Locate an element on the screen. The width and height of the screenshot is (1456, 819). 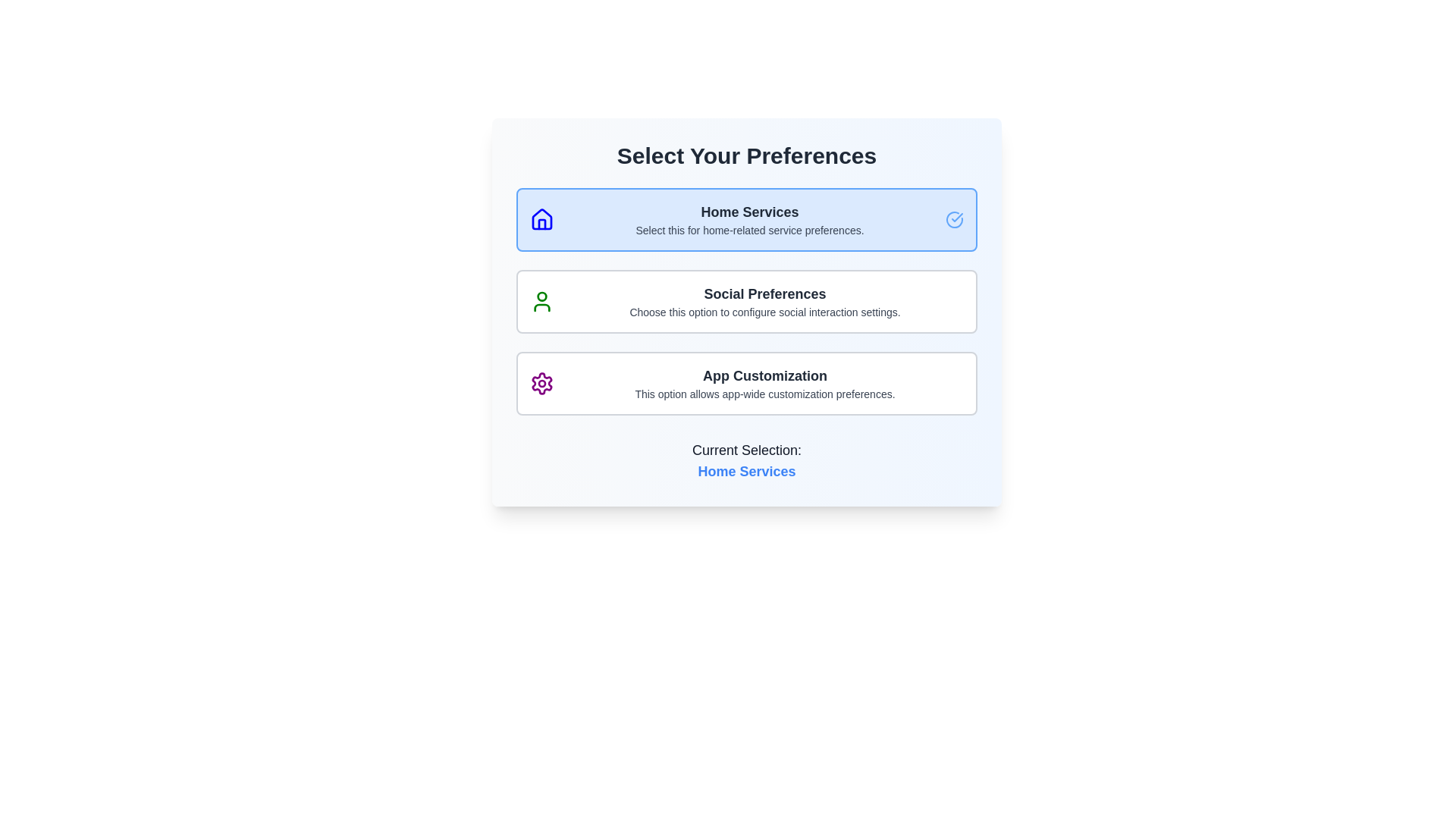
text description displayed in small gray font that states 'This option allows app-wide customization preferences.' It is located below the title 'App Customization.' is located at coordinates (764, 394).